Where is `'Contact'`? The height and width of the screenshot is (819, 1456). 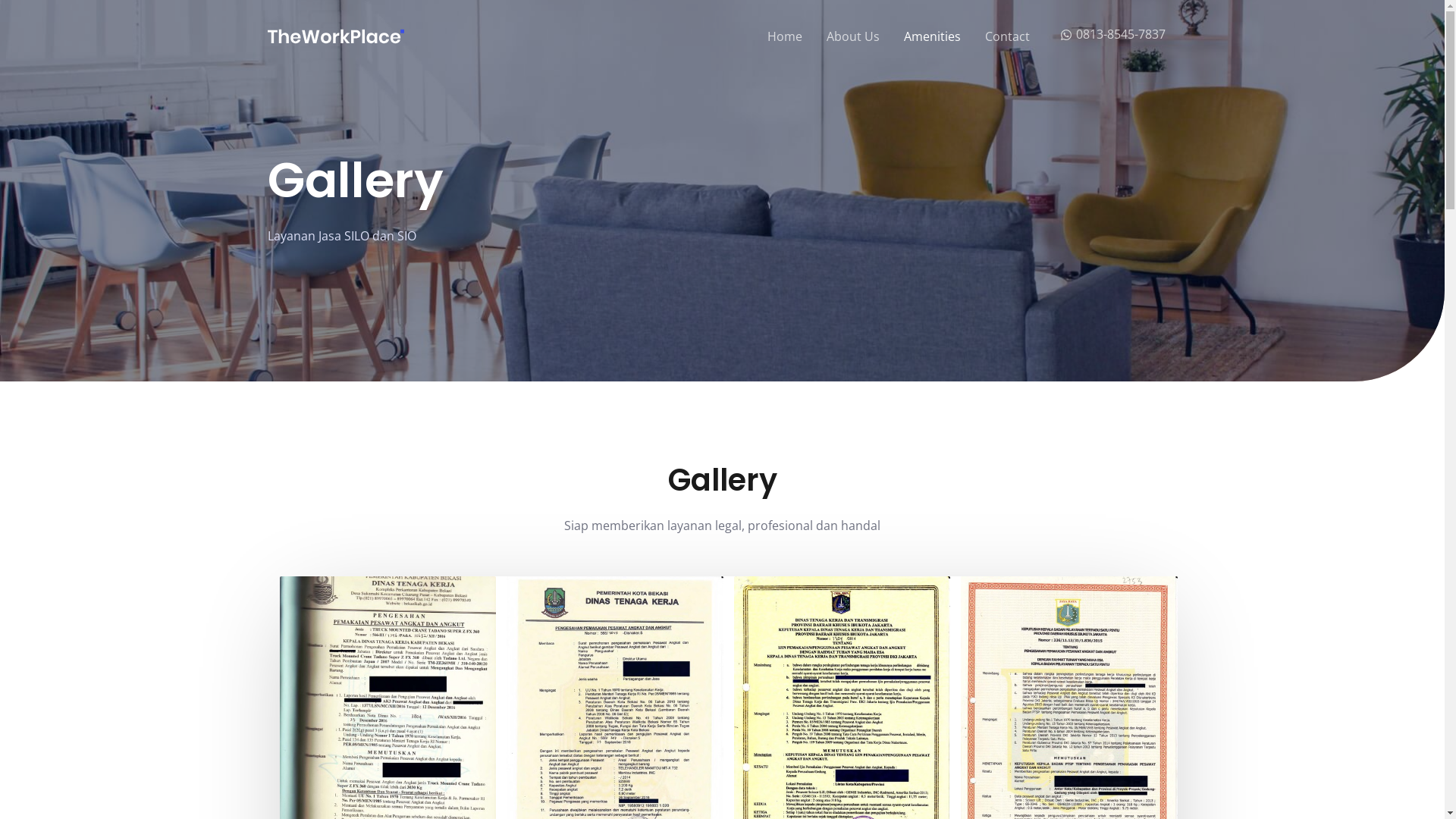 'Contact' is located at coordinates (1007, 35).